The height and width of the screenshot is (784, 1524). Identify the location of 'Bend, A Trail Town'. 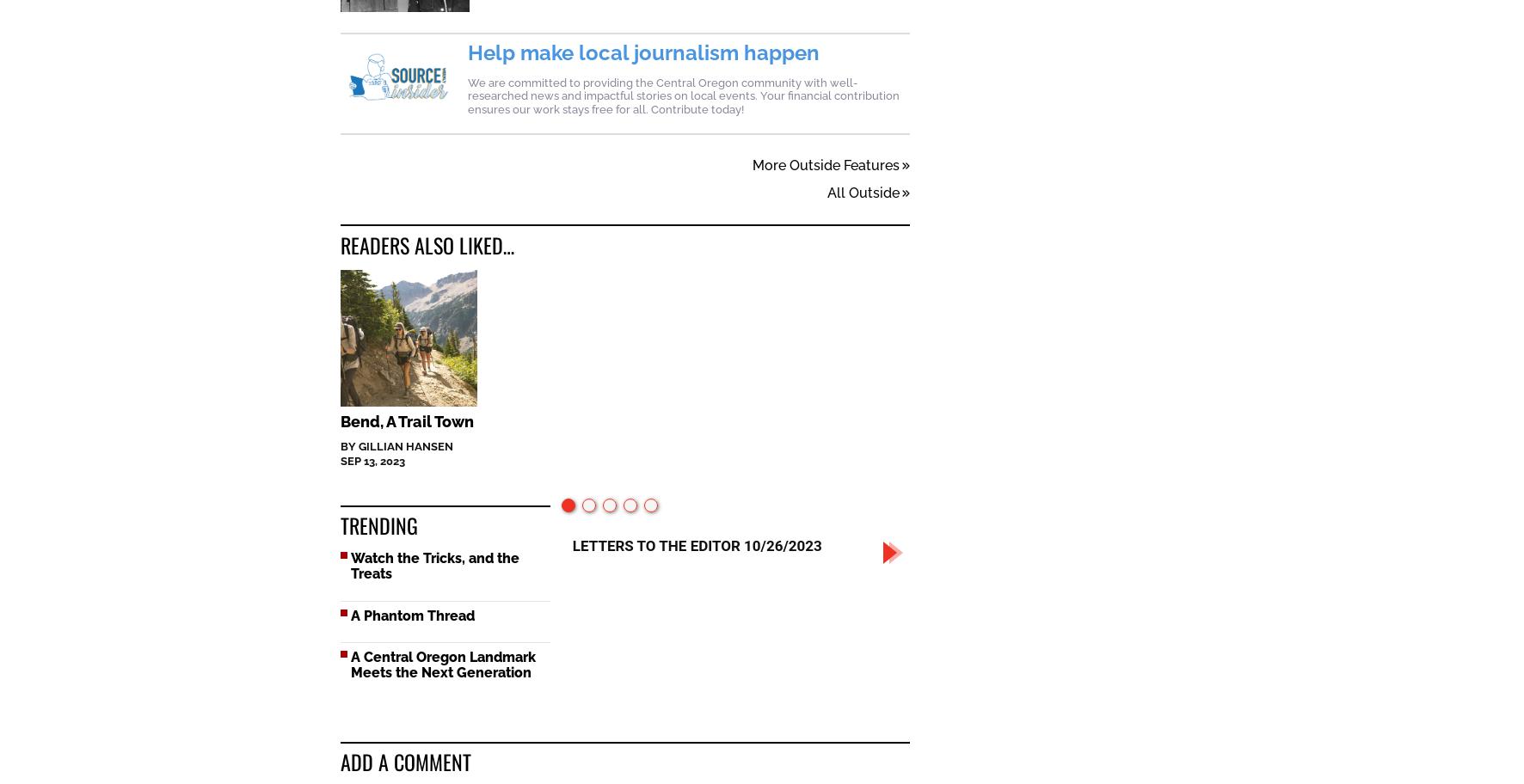
(406, 422).